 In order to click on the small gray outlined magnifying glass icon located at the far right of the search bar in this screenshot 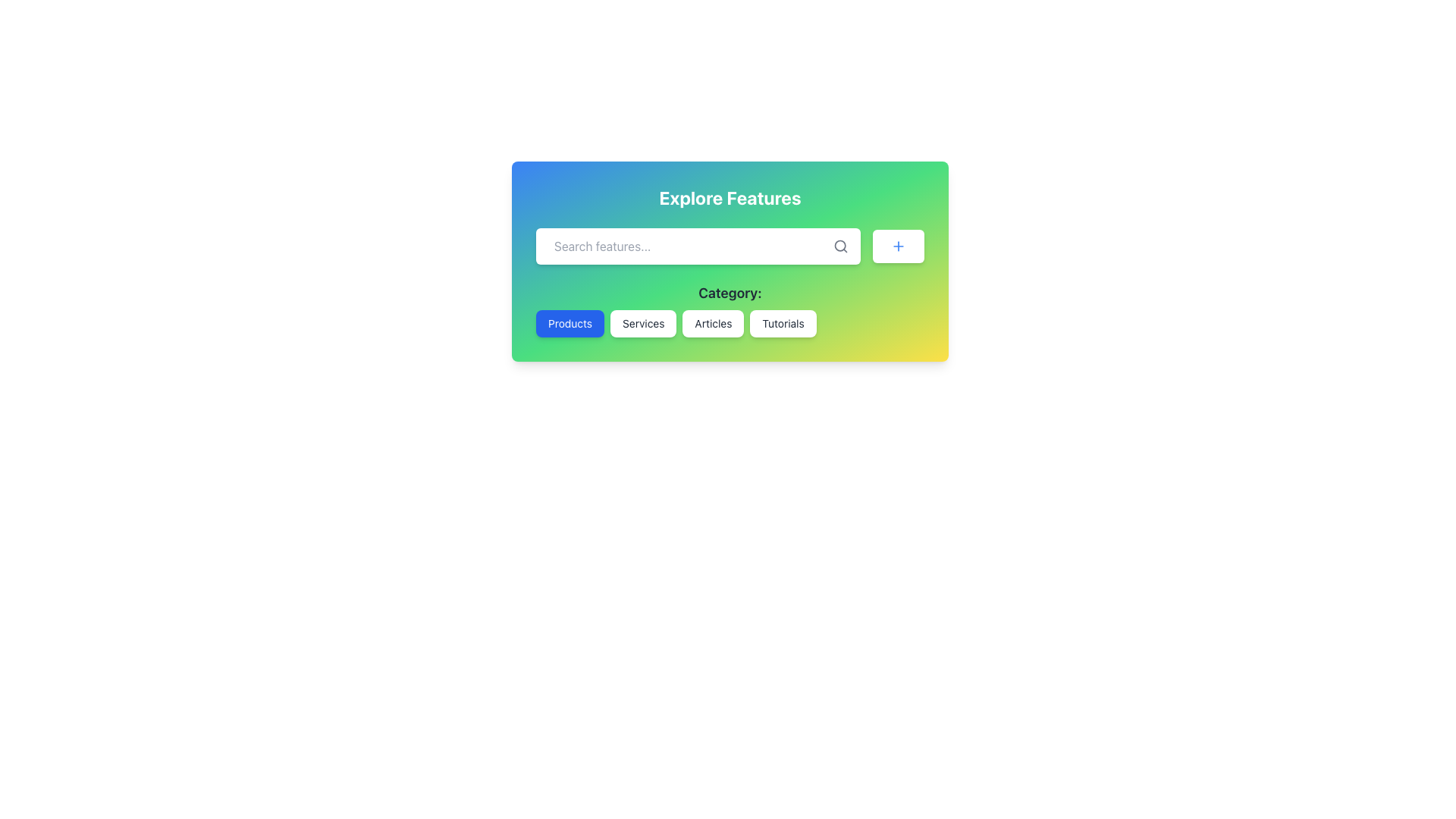, I will do `click(839, 245)`.